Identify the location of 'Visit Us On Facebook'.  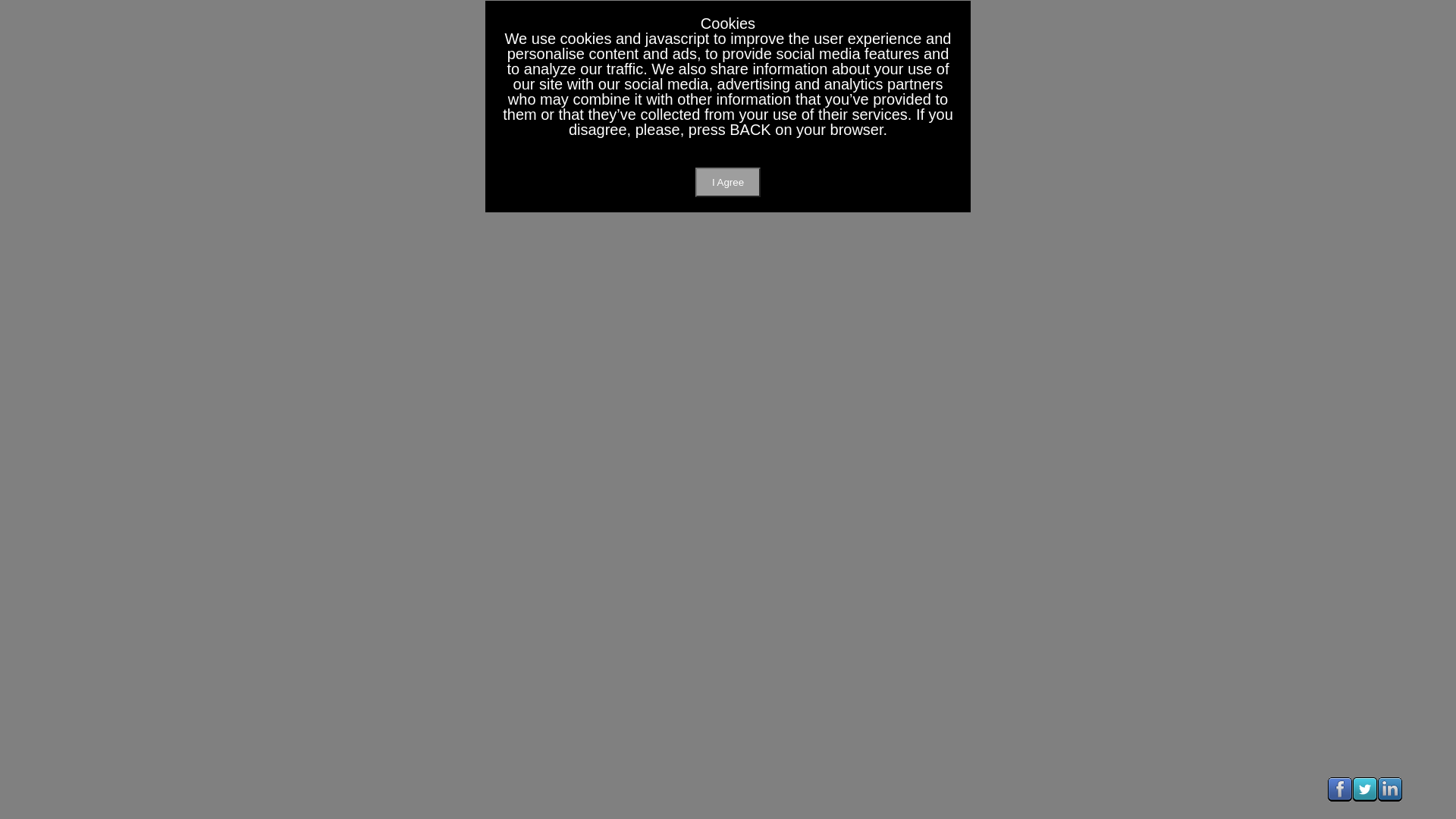
(1326, 796).